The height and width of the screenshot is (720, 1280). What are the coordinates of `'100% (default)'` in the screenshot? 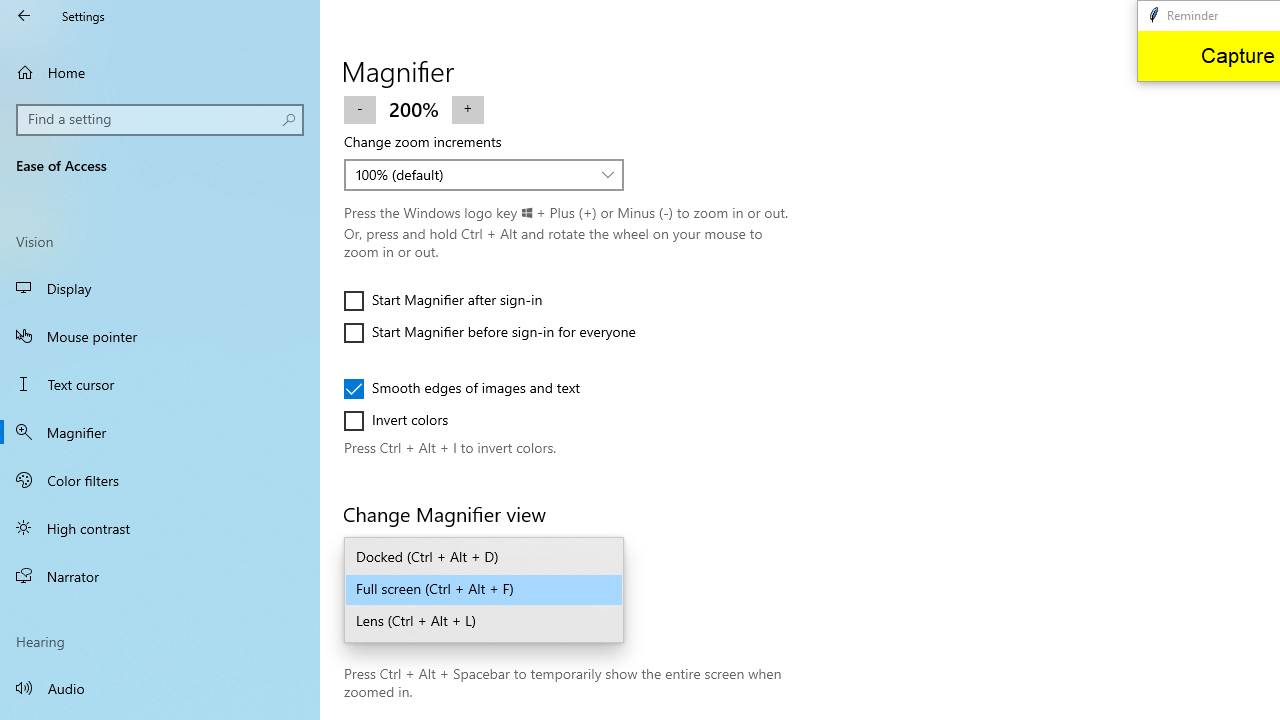 It's located at (472, 173).